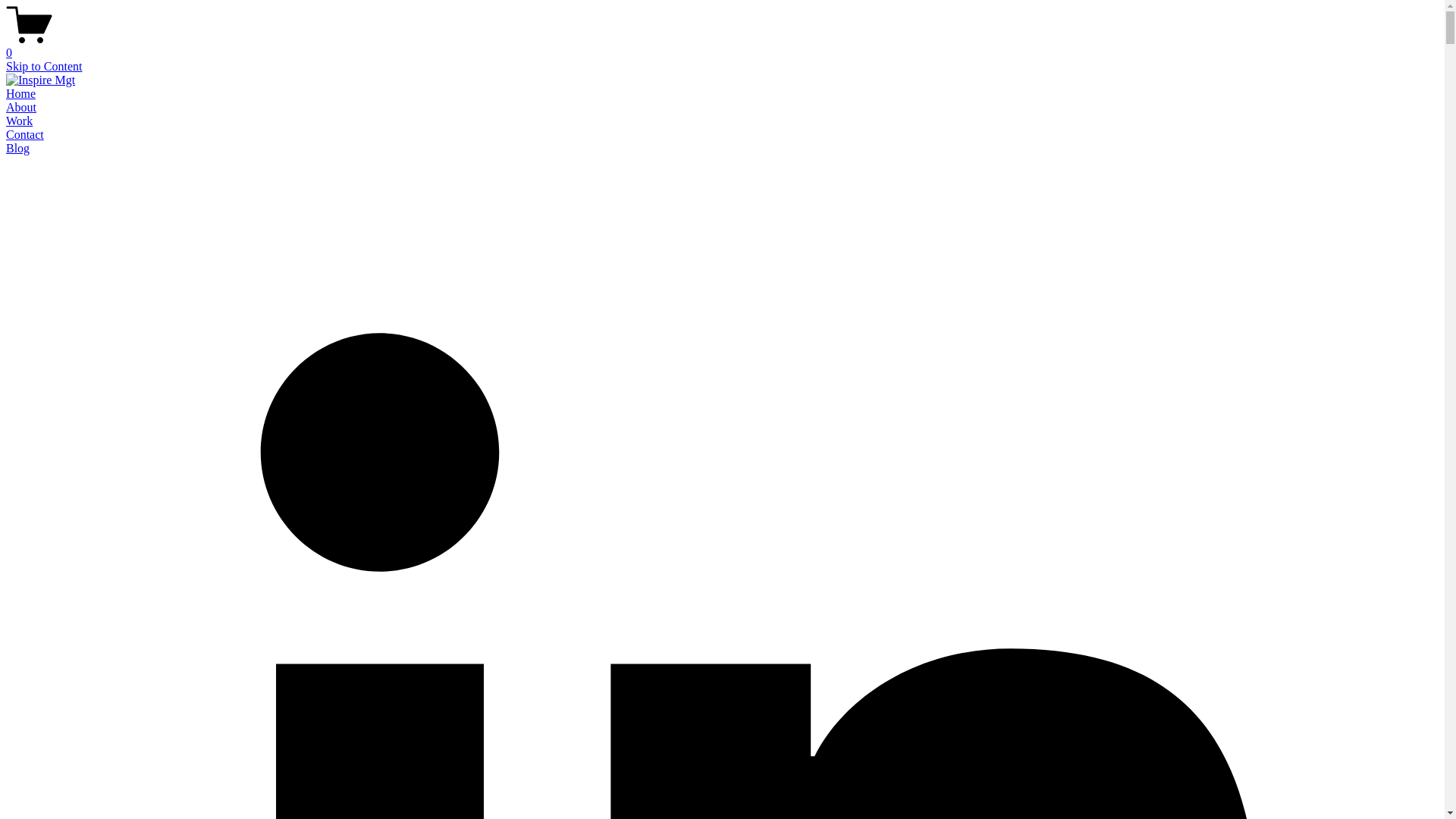  What do you see at coordinates (19, 120) in the screenshot?
I see `'Work'` at bounding box center [19, 120].